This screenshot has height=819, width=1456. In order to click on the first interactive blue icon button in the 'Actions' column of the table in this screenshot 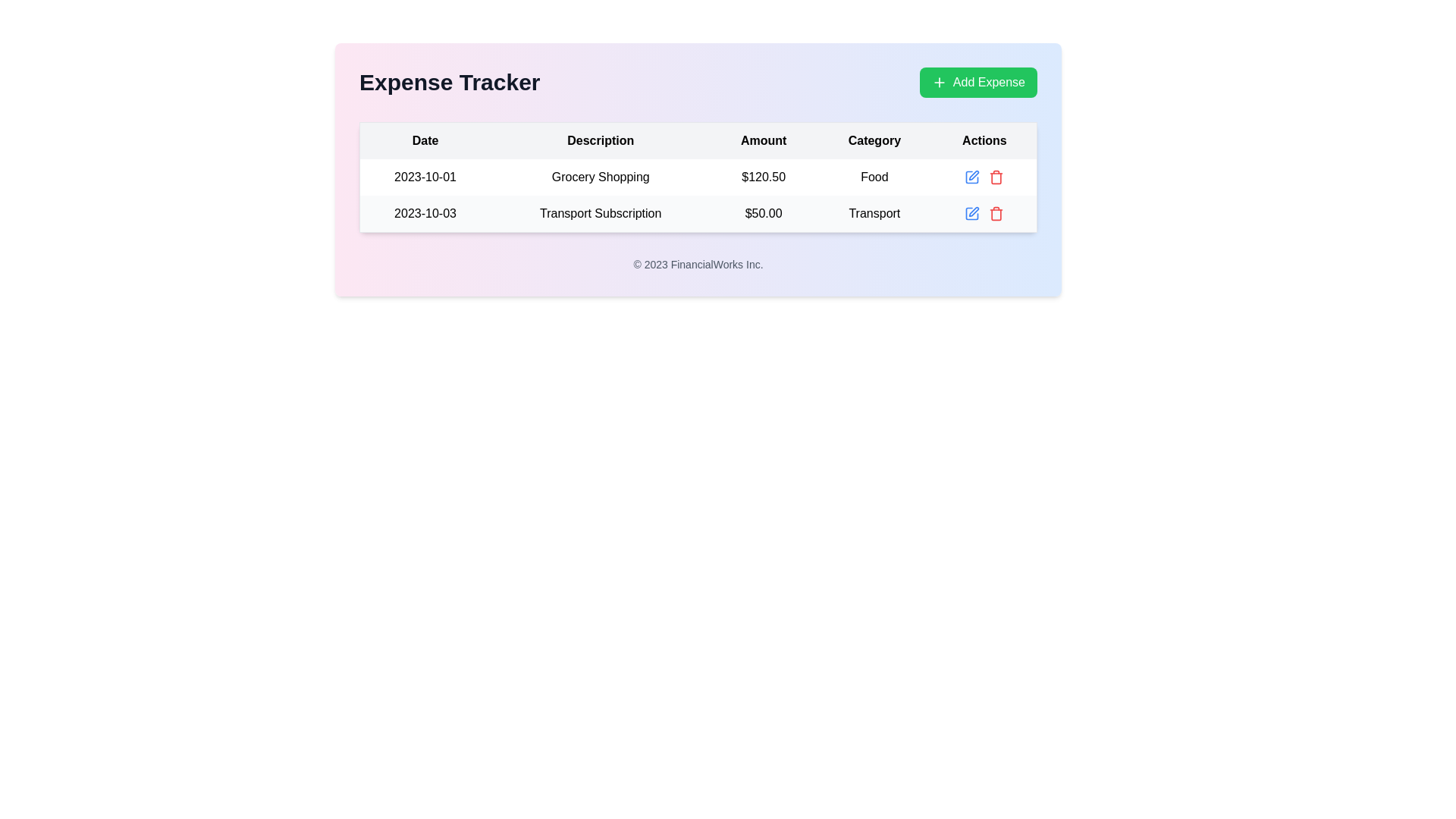, I will do `click(972, 177)`.